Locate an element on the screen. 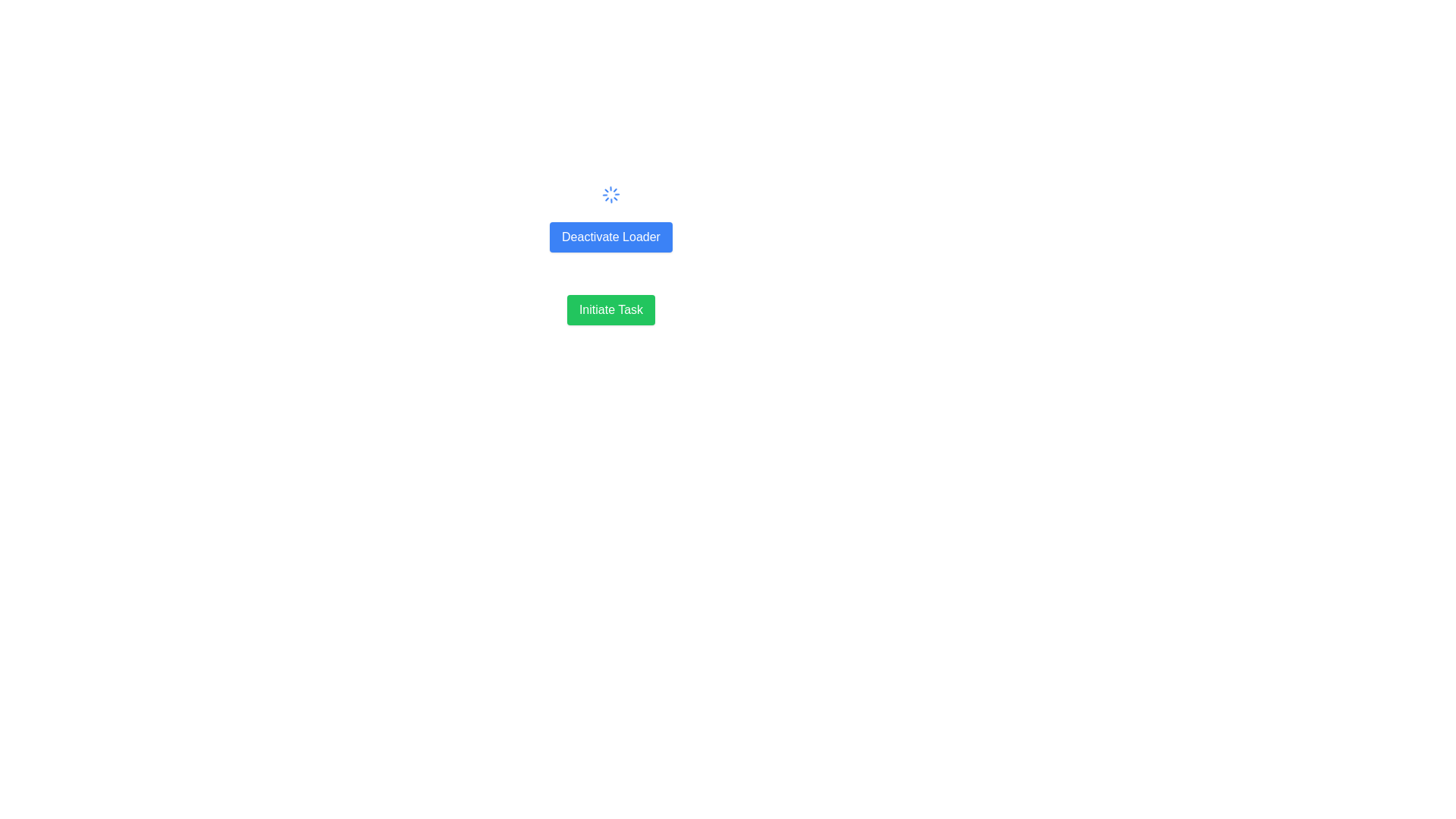  the Loader Spinner, which indicates a process or operation in progress and is centrally aligned above the 'Deactivate Loader' button is located at coordinates (611, 200).